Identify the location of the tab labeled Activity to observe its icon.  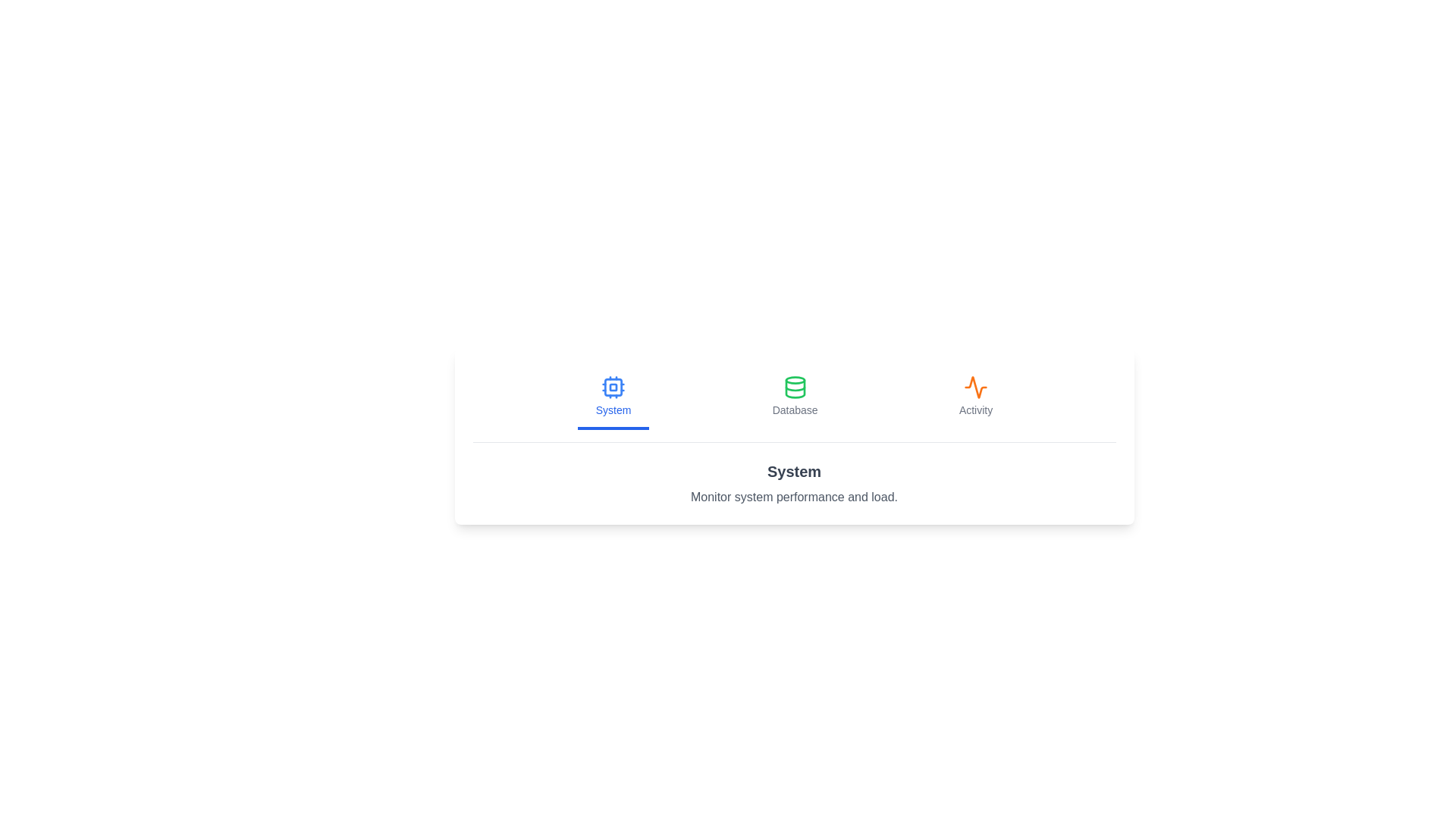
(975, 397).